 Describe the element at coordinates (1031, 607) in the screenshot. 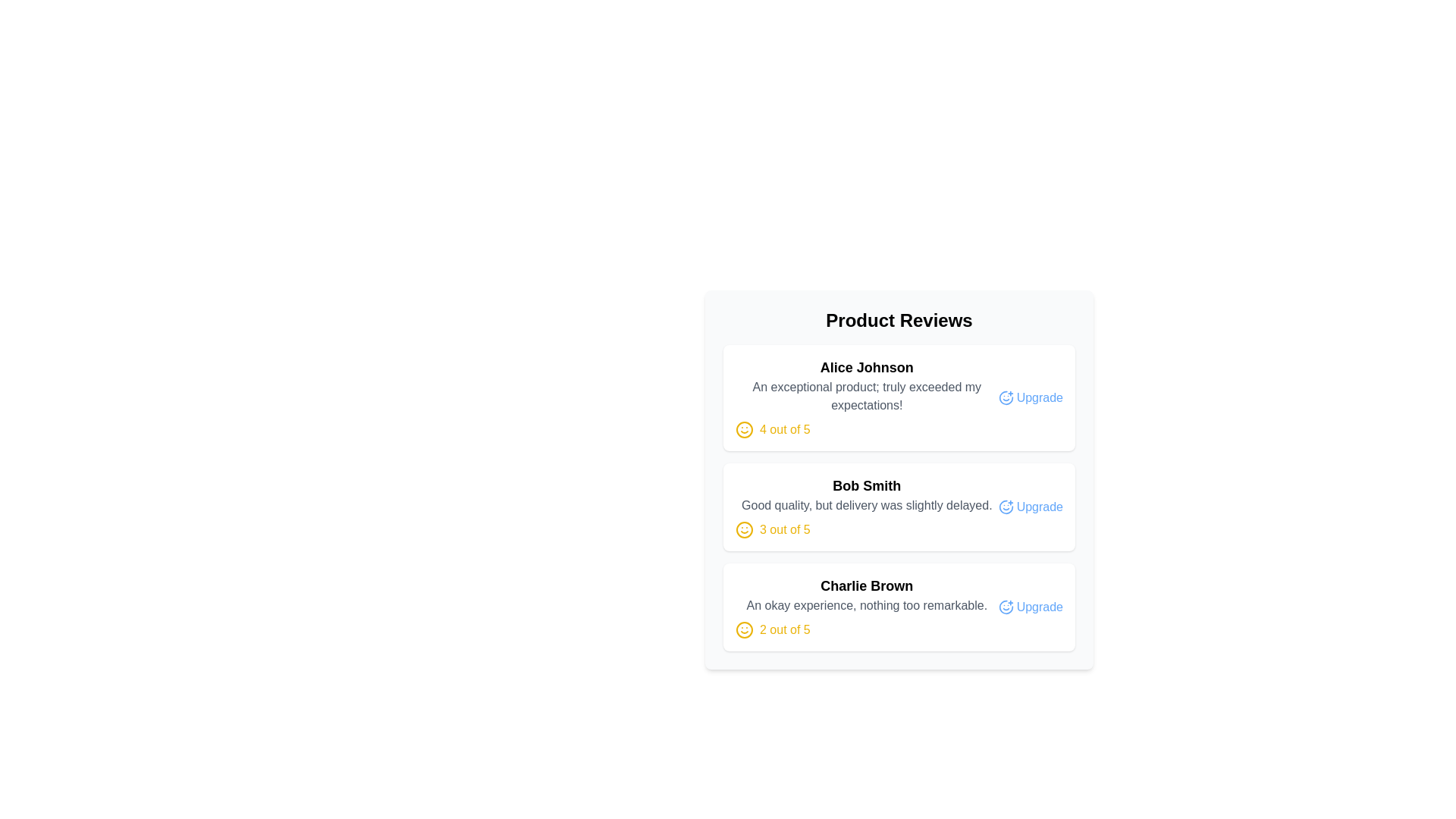

I see `'Upgrade' button for the review by Charlie Brown` at that location.